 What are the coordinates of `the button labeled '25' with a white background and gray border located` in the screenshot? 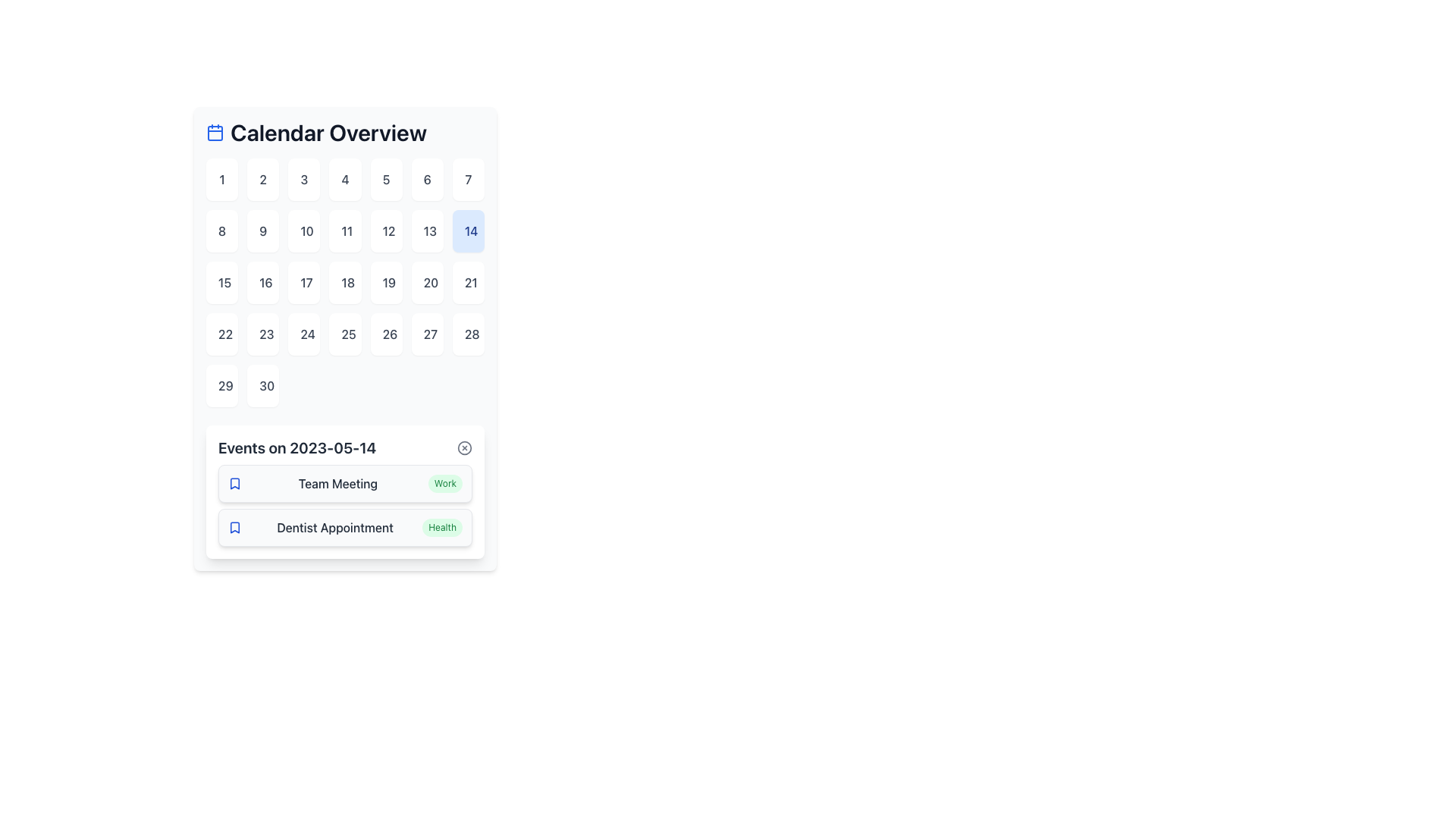 It's located at (344, 333).